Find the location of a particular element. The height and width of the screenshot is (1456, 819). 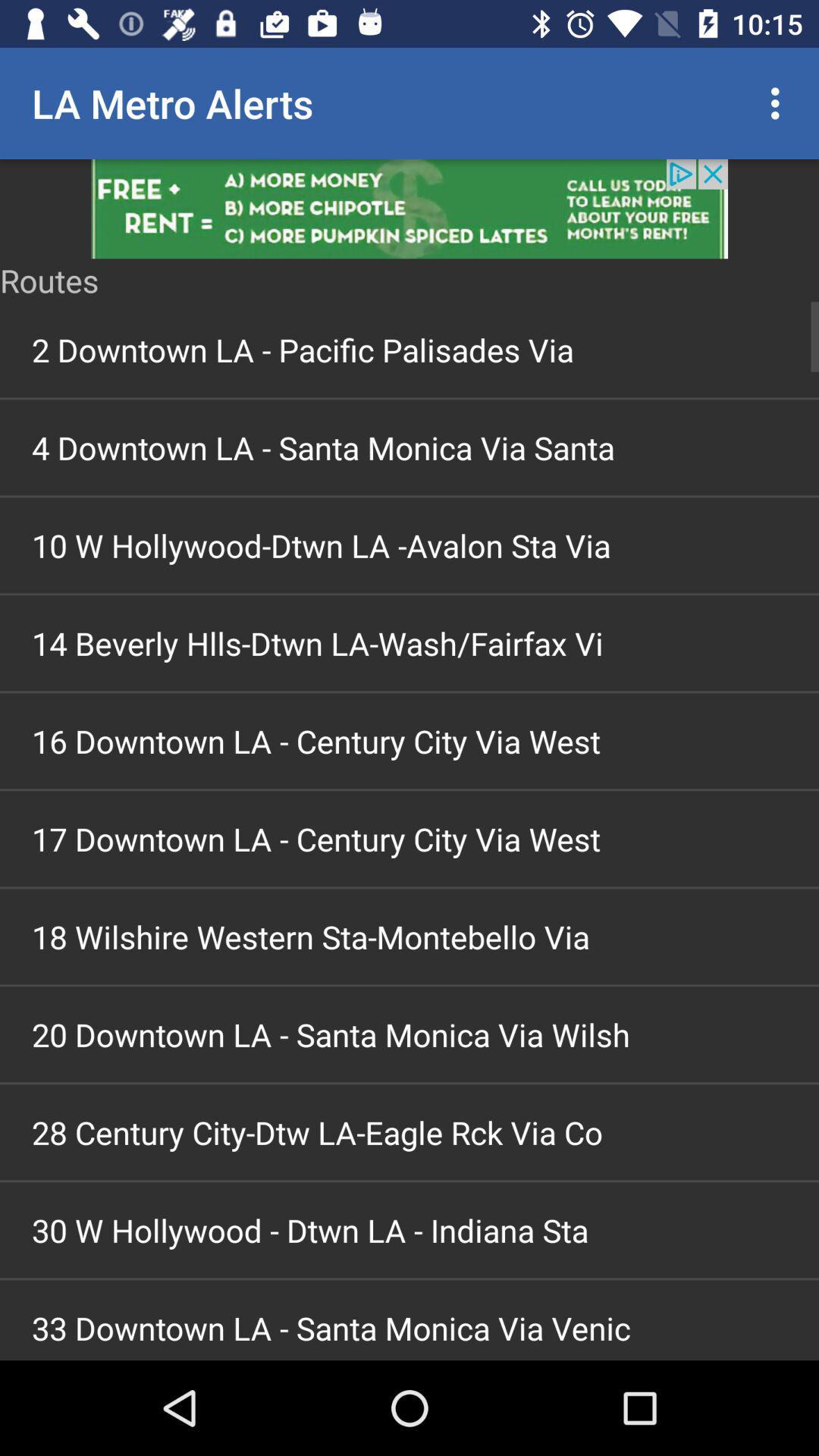

advertisements image is located at coordinates (409, 208).